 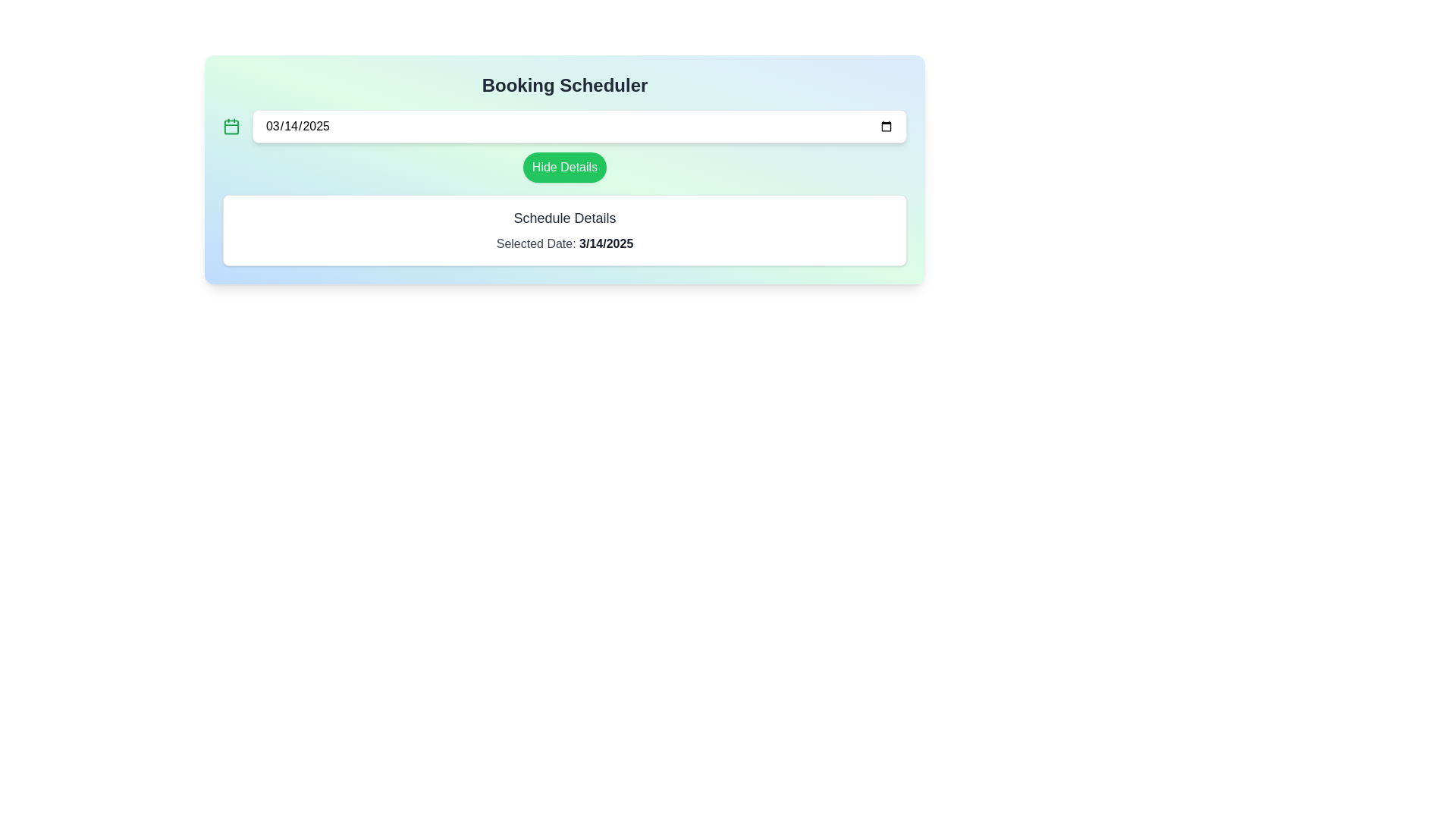 I want to click on displayed date '3/14/2025' from the Text Display located in the 'Schedule Details' section, so click(x=605, y=243).